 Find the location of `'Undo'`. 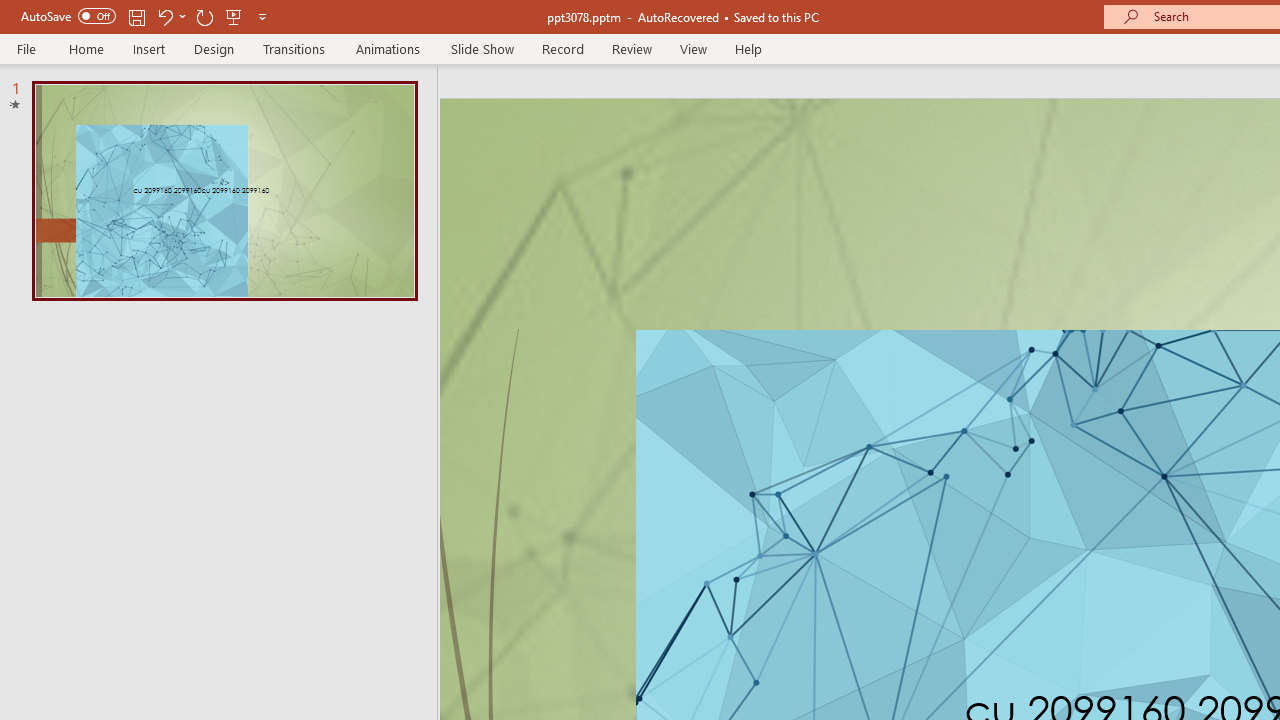

'Undo' is located at coordinates (164, 16).